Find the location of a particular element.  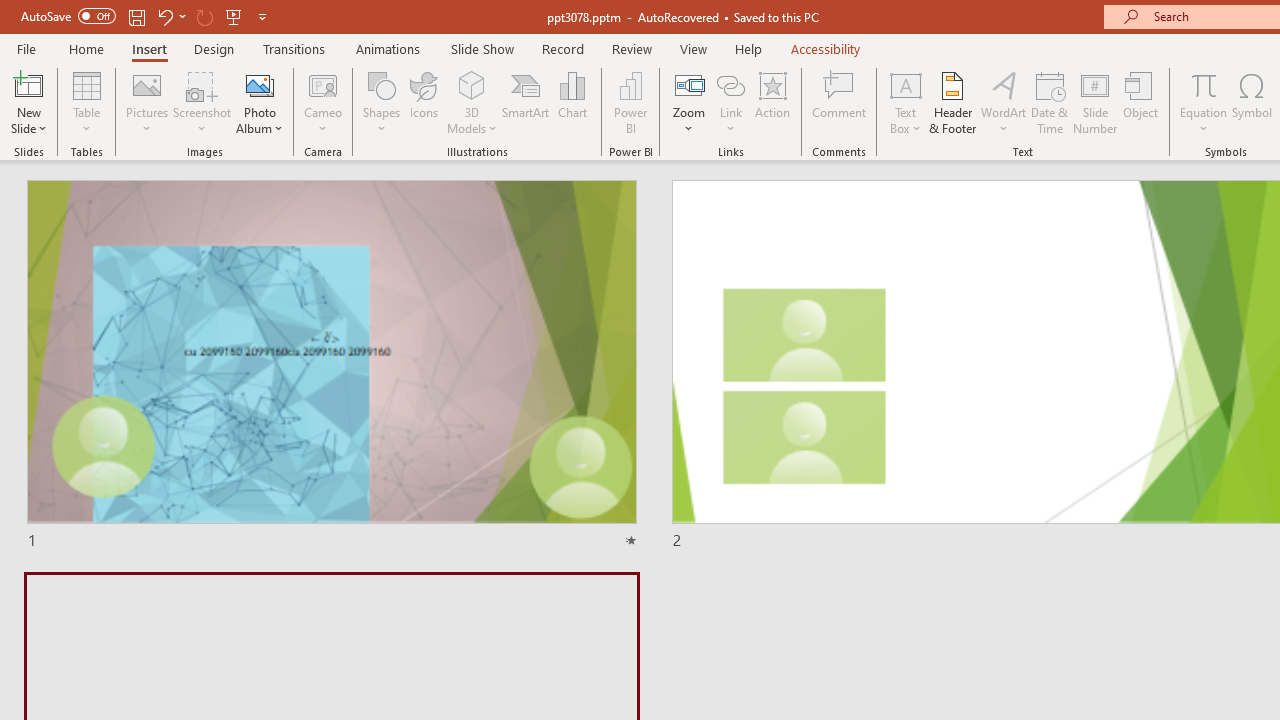

'3D Models' is located at coordinates (471, 103).